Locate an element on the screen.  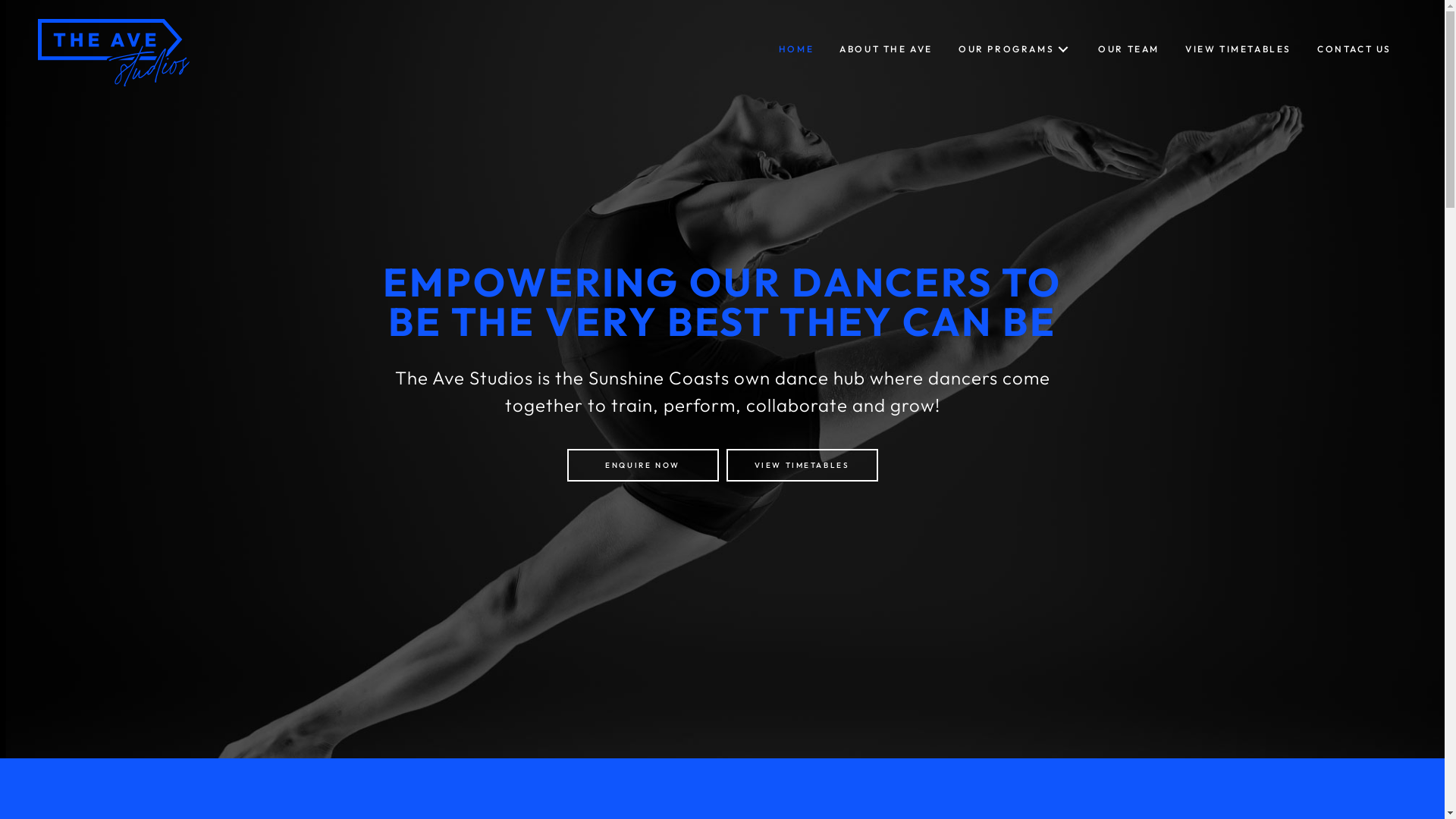
'HOME' is located at coordinates (795, 49).